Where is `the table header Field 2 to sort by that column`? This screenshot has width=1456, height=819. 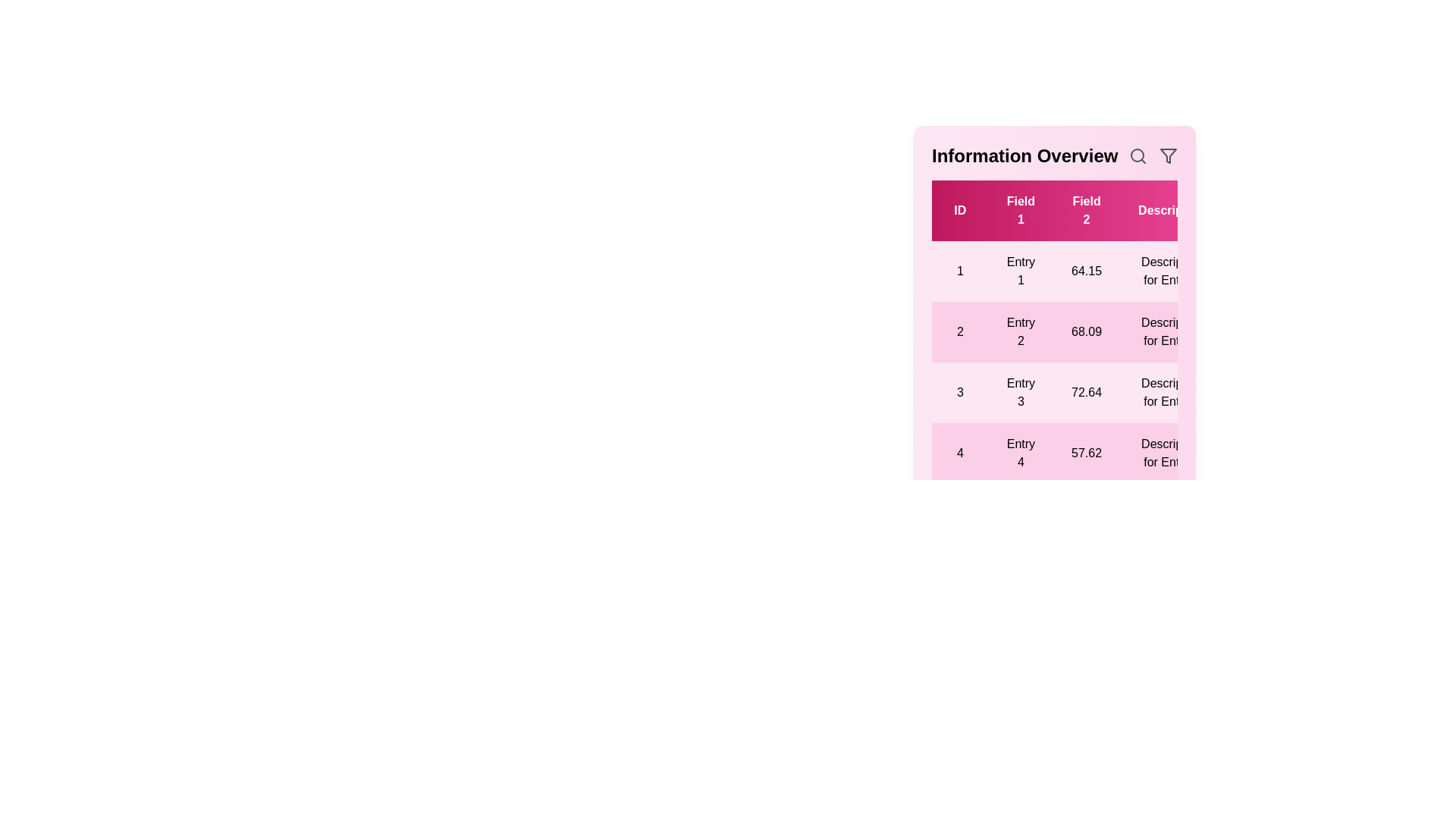 the table header Field 2 to sort by that column is located at coordinates (1086, 210).